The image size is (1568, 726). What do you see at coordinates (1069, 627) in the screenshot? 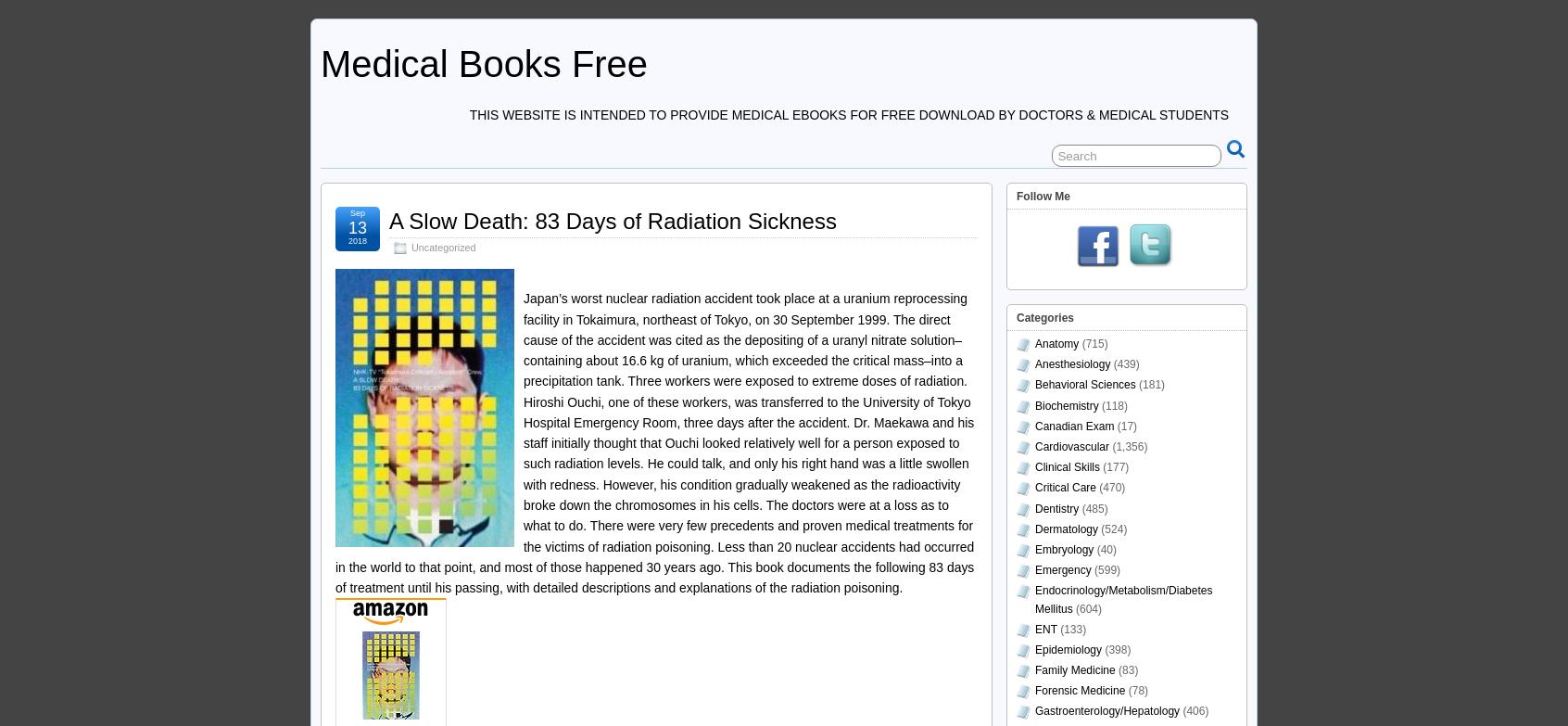
I see `'(133)'` at bounding box center [1069, 627].